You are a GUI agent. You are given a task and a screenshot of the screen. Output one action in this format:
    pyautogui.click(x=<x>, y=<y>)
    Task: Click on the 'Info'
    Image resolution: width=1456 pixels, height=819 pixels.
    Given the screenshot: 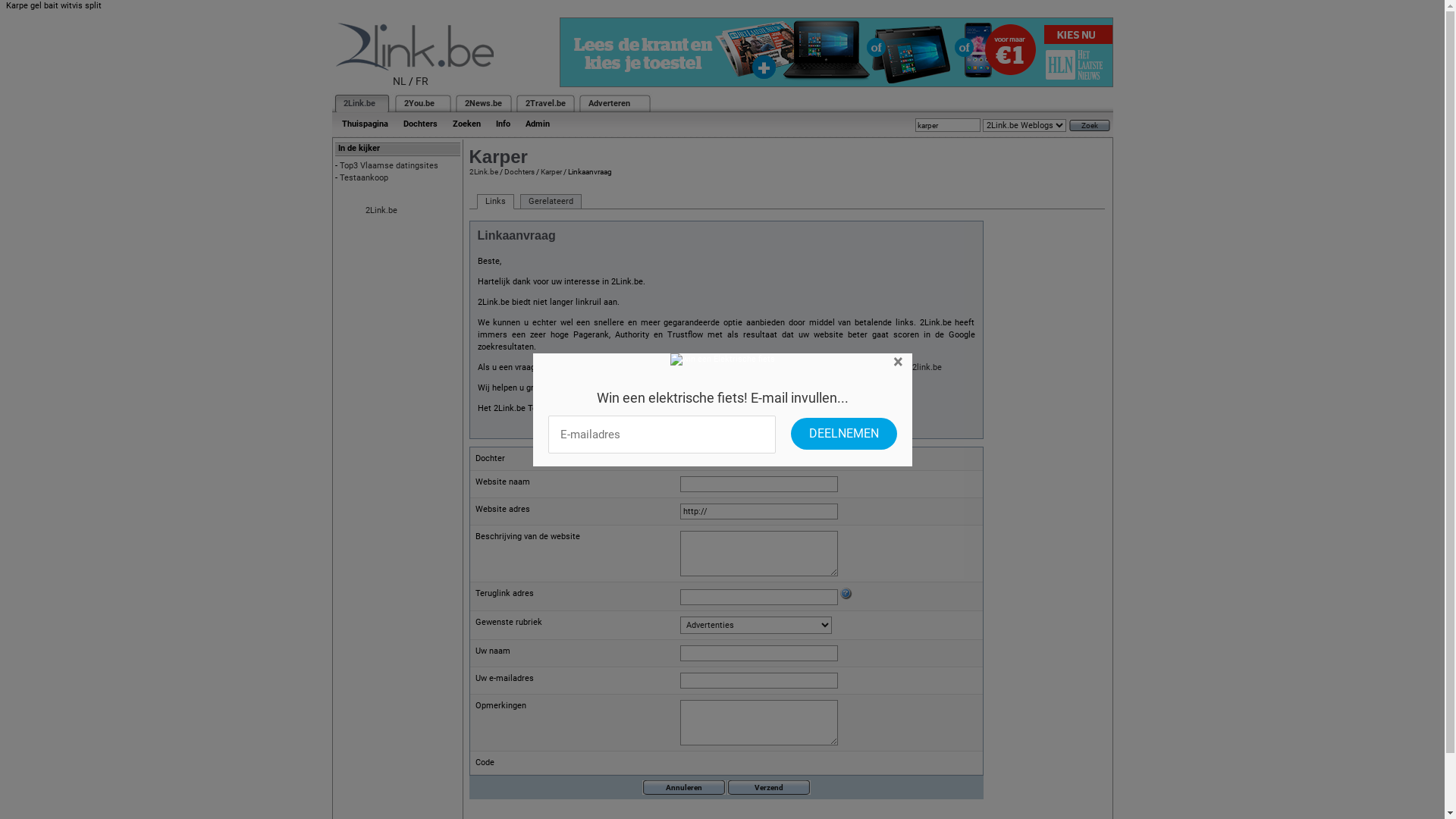 What is the action you would take?
    pyautogui.click(x=503, y=123)
    